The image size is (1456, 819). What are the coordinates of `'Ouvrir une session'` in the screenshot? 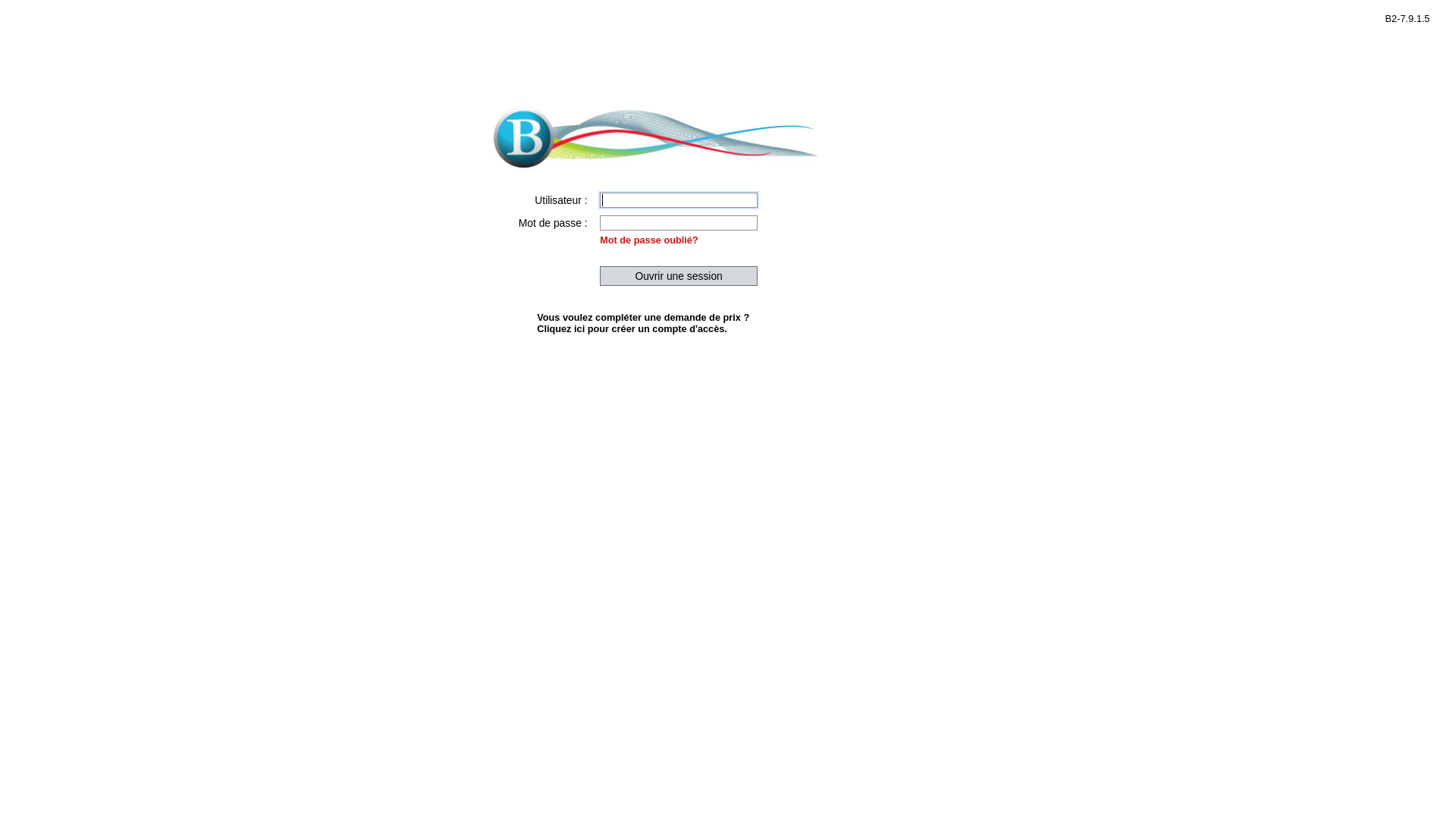 It's located at (677, 275).